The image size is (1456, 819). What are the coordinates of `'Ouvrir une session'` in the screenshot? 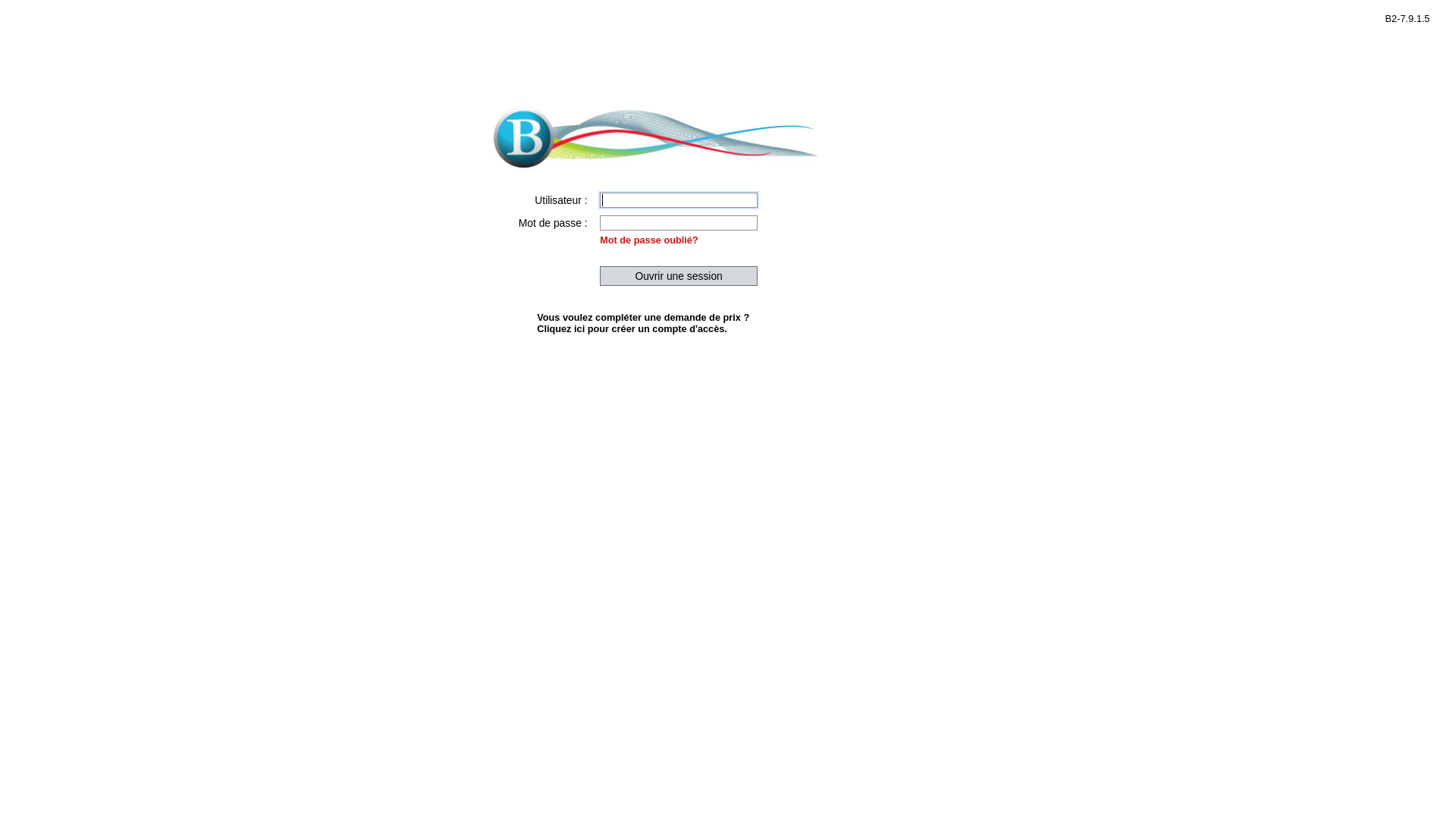 It's located at (677, 275).